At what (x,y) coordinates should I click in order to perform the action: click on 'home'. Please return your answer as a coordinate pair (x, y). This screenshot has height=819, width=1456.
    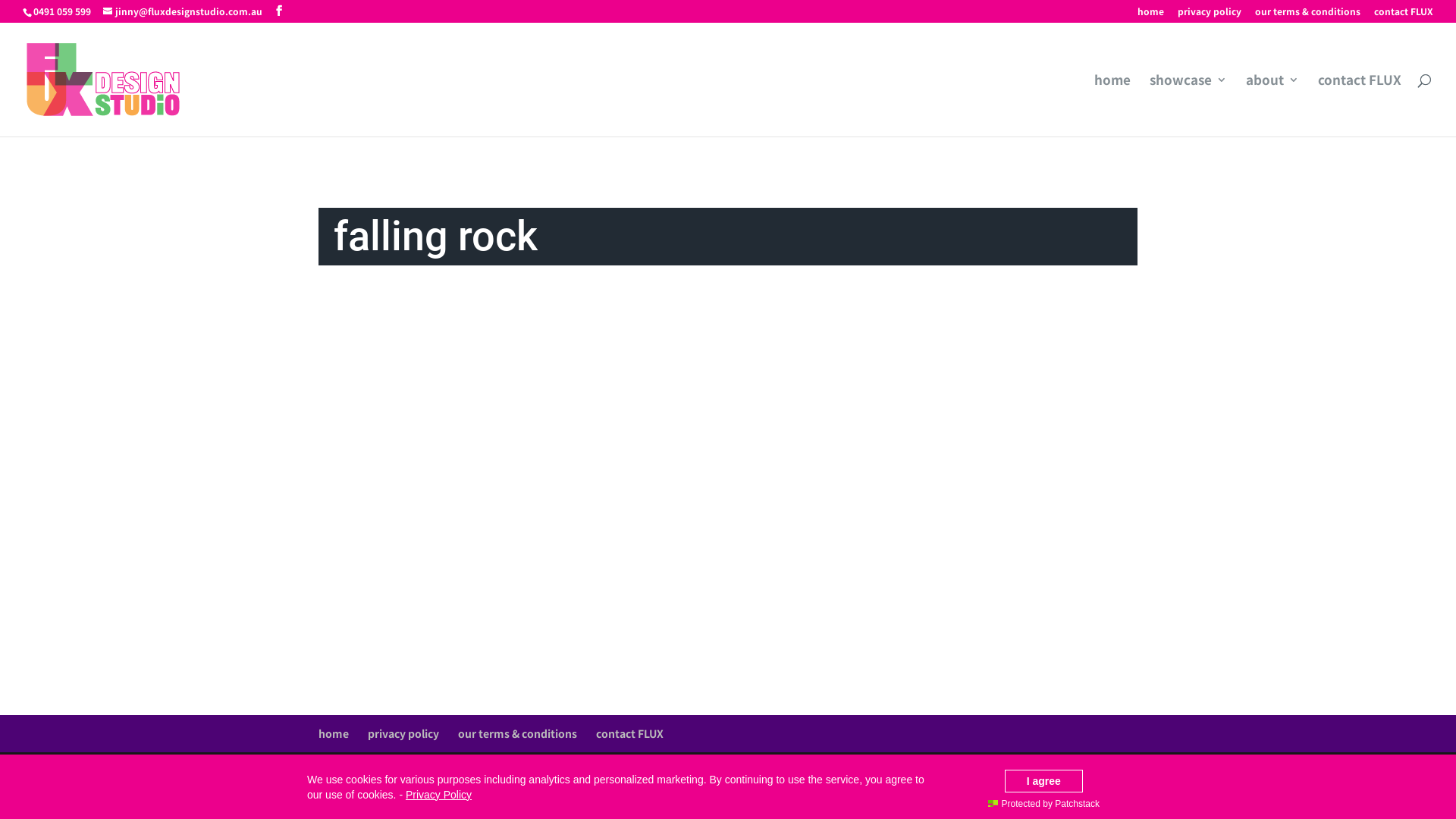
    Looking at the image, I should click on (1150, 14).